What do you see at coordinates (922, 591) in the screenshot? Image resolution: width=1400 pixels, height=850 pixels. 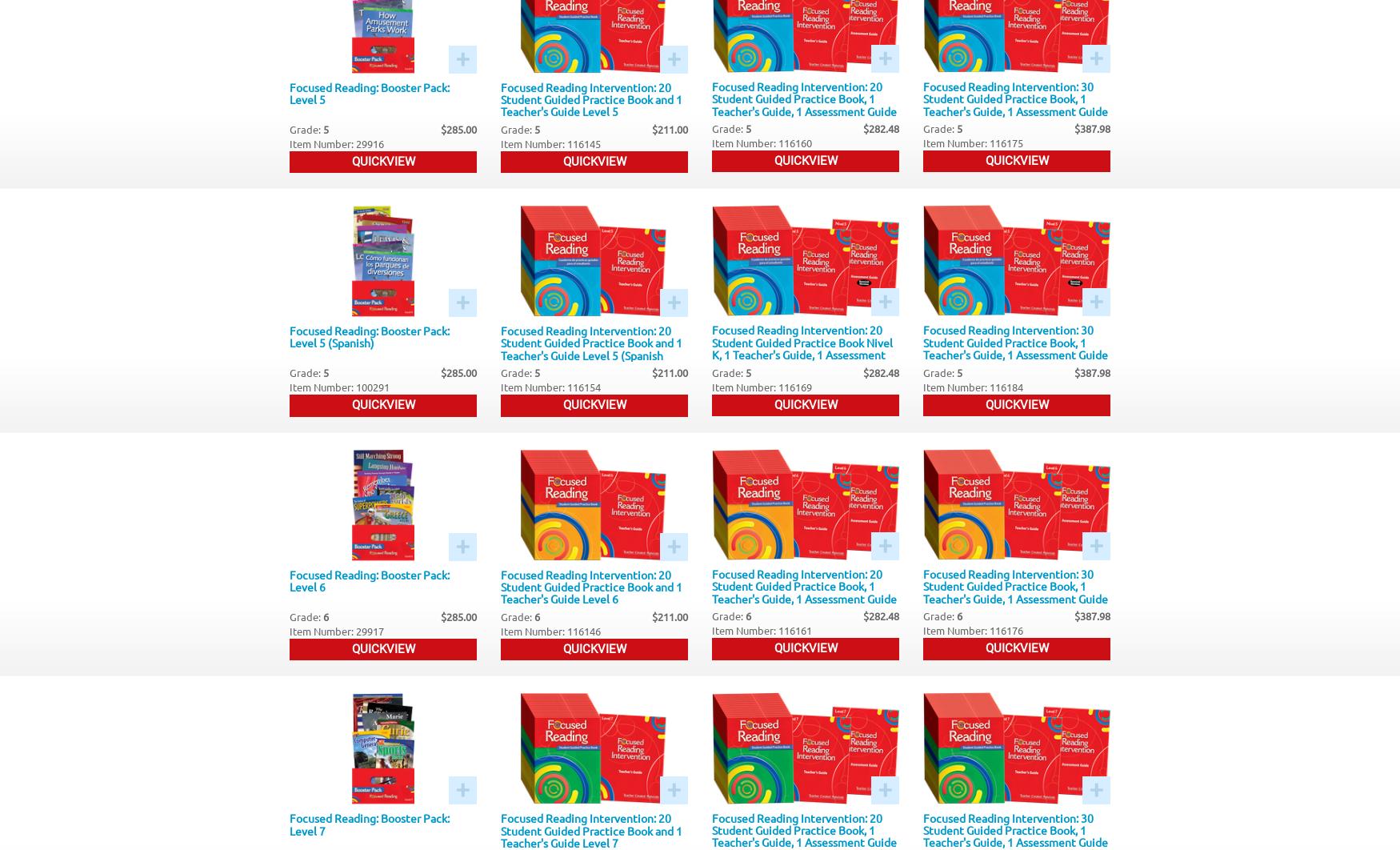 I see `'Focused Reading Intervention: 30 Student Guided Practice Book, 1 Teacher's Guide, 1 Assessment Guide Level 6'` at bounding box center [922, 591].